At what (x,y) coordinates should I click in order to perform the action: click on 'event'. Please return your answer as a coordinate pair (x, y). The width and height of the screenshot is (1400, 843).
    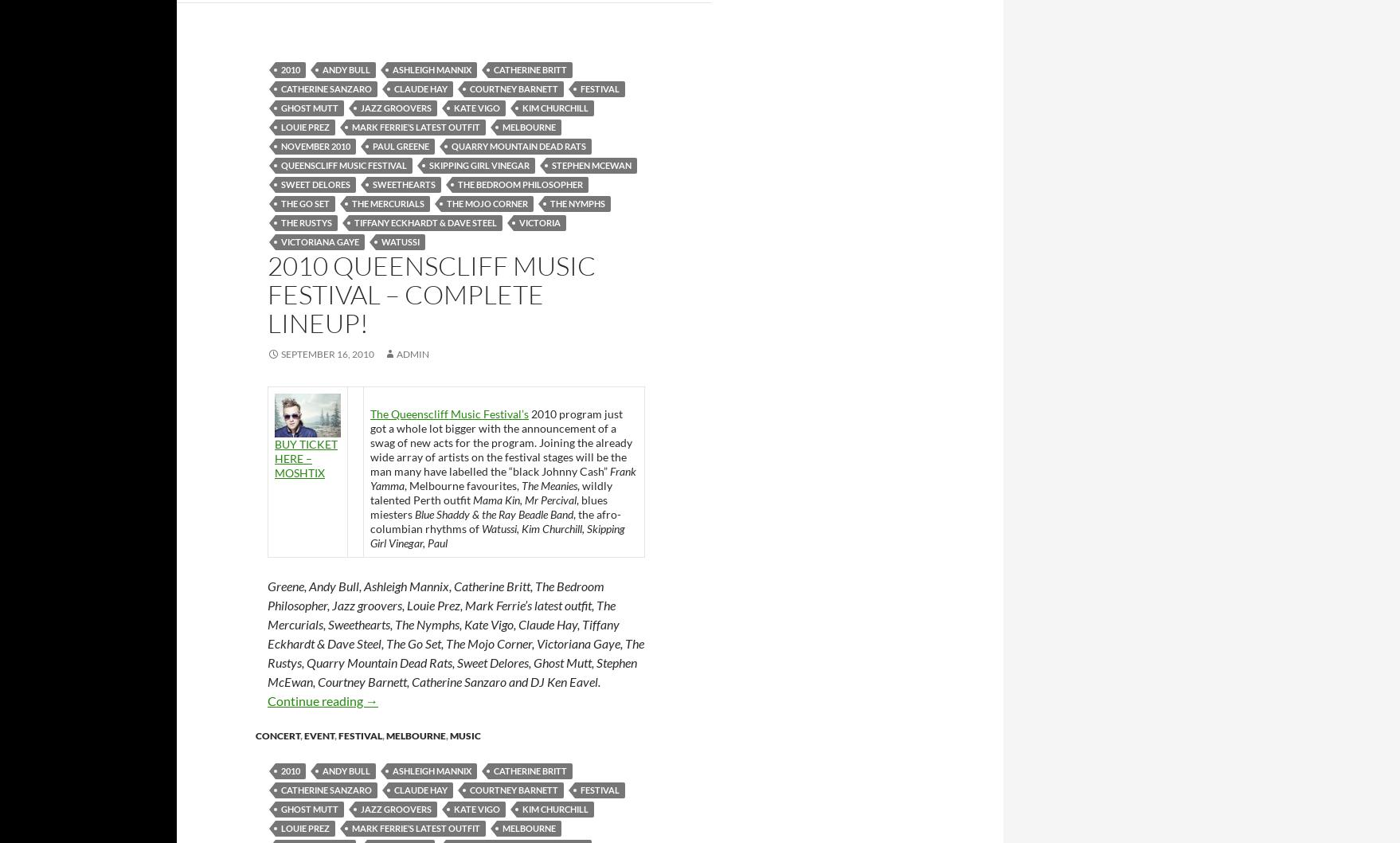
    Looking at the image, I should click on (319, 735).